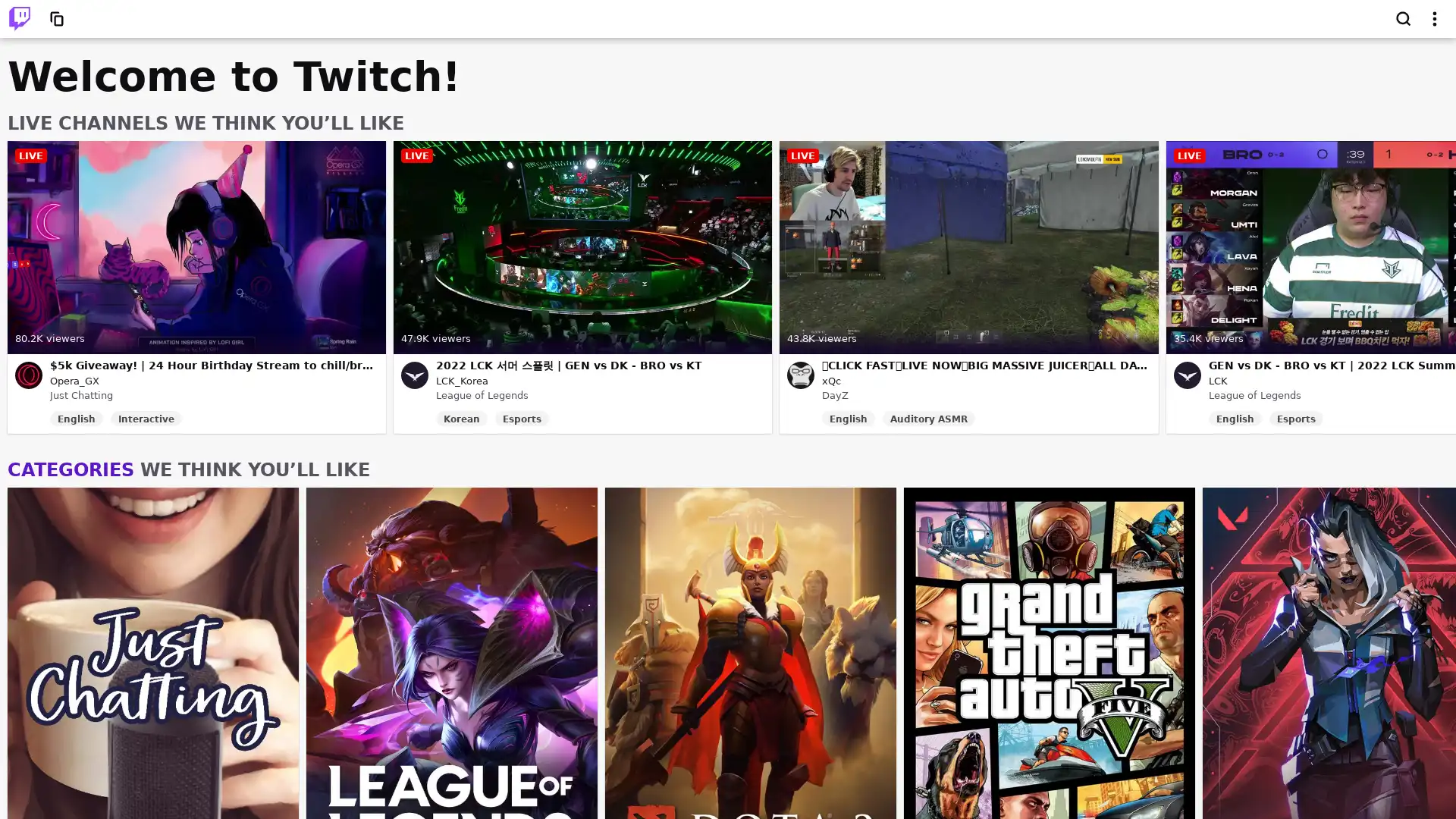  Describe the element at coordinates (1433, 18) in the screenshot. I see `Show top navigation menu` at that location.